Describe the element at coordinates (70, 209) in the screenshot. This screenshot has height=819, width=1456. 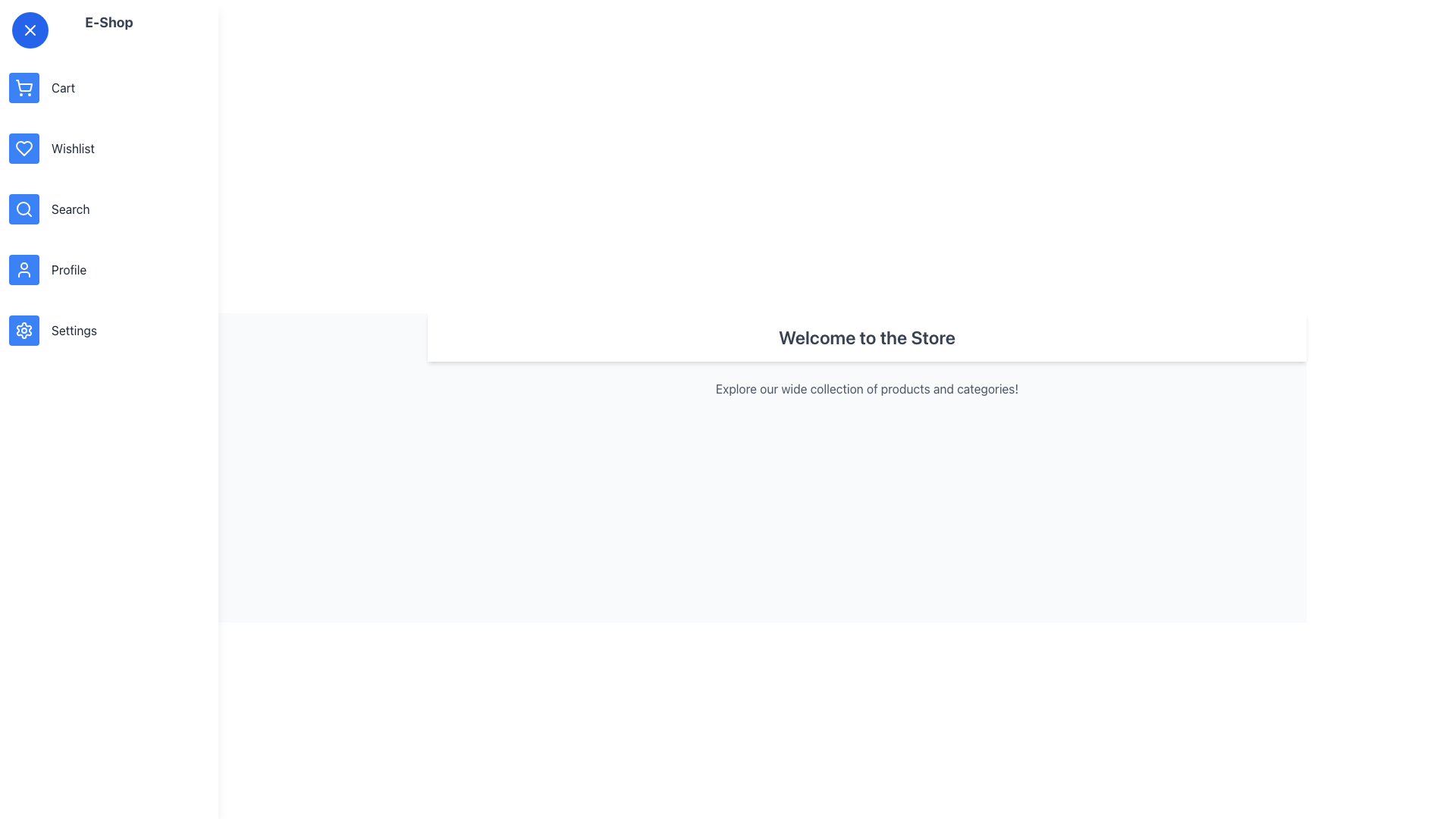
I see `the 'Search' text label in the left vertical navigation menu, located between 'Wishlist' and 'Profile'` at that location.